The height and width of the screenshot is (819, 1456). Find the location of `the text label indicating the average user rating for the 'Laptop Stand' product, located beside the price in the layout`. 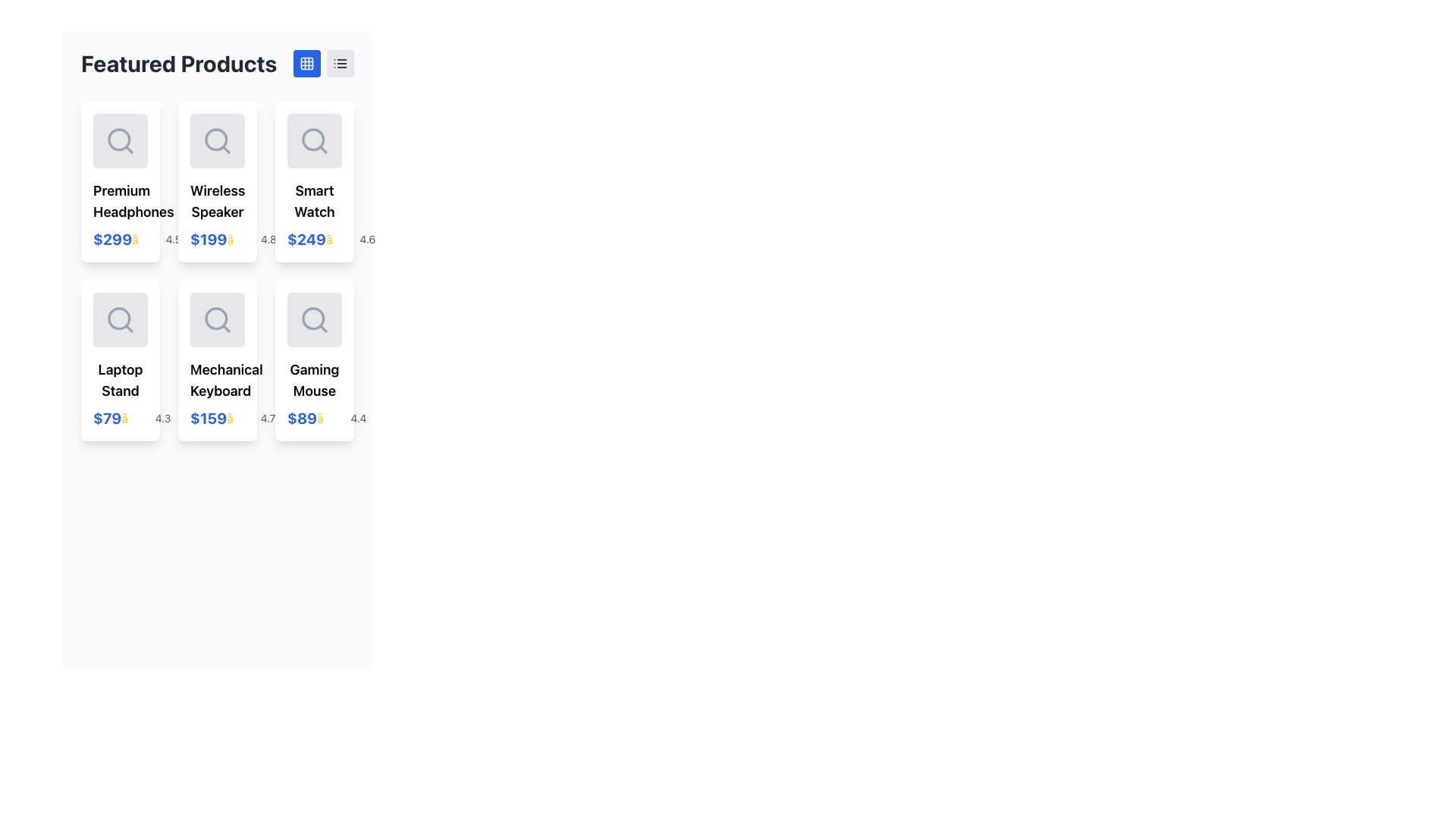

the text label indicating the average user rating for the 'Laptop Stand' product, located beside the price in the layout is located at coordinates (163, 418).